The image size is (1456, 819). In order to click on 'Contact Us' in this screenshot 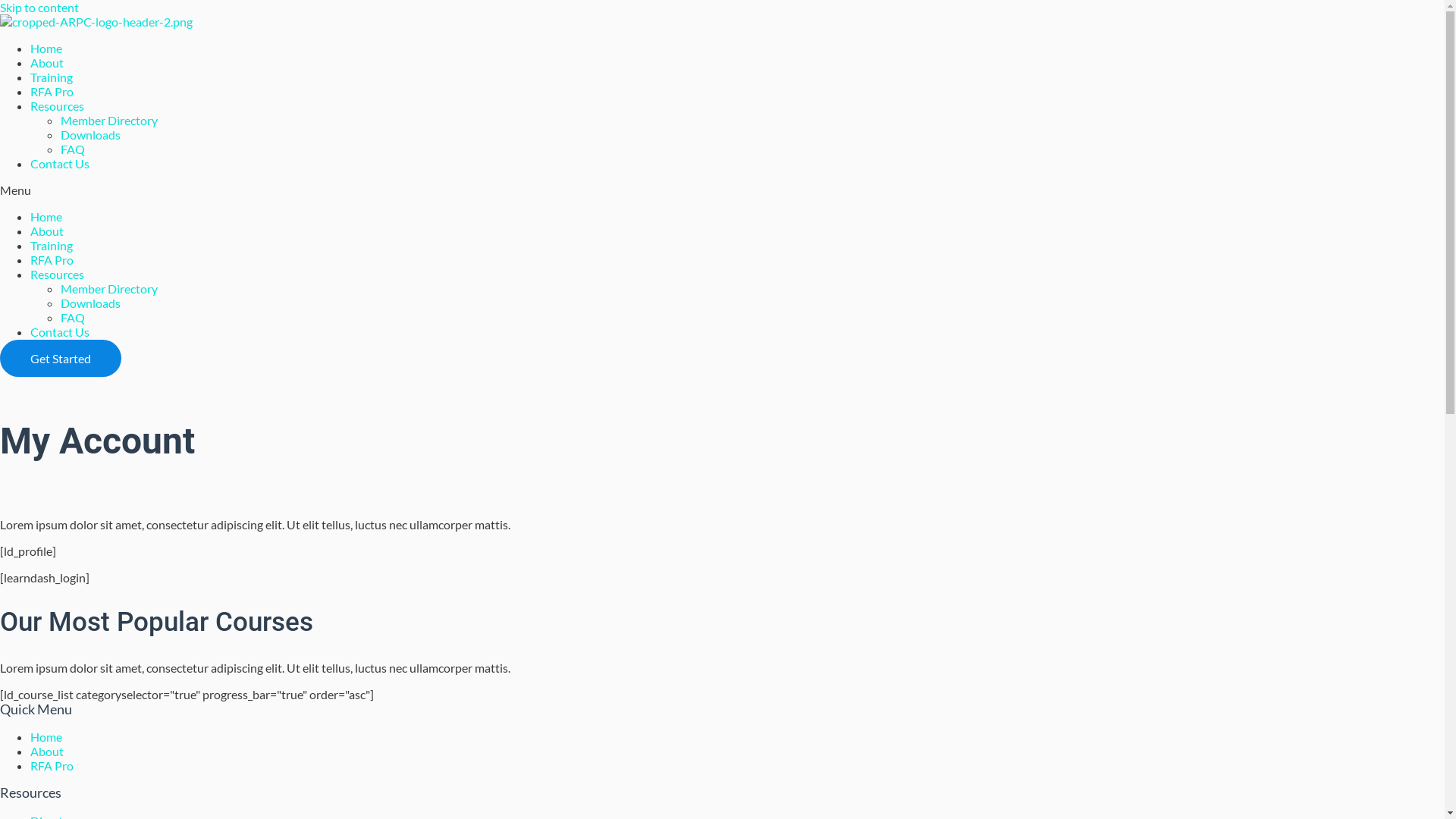, I will do `click(59, 331)`.